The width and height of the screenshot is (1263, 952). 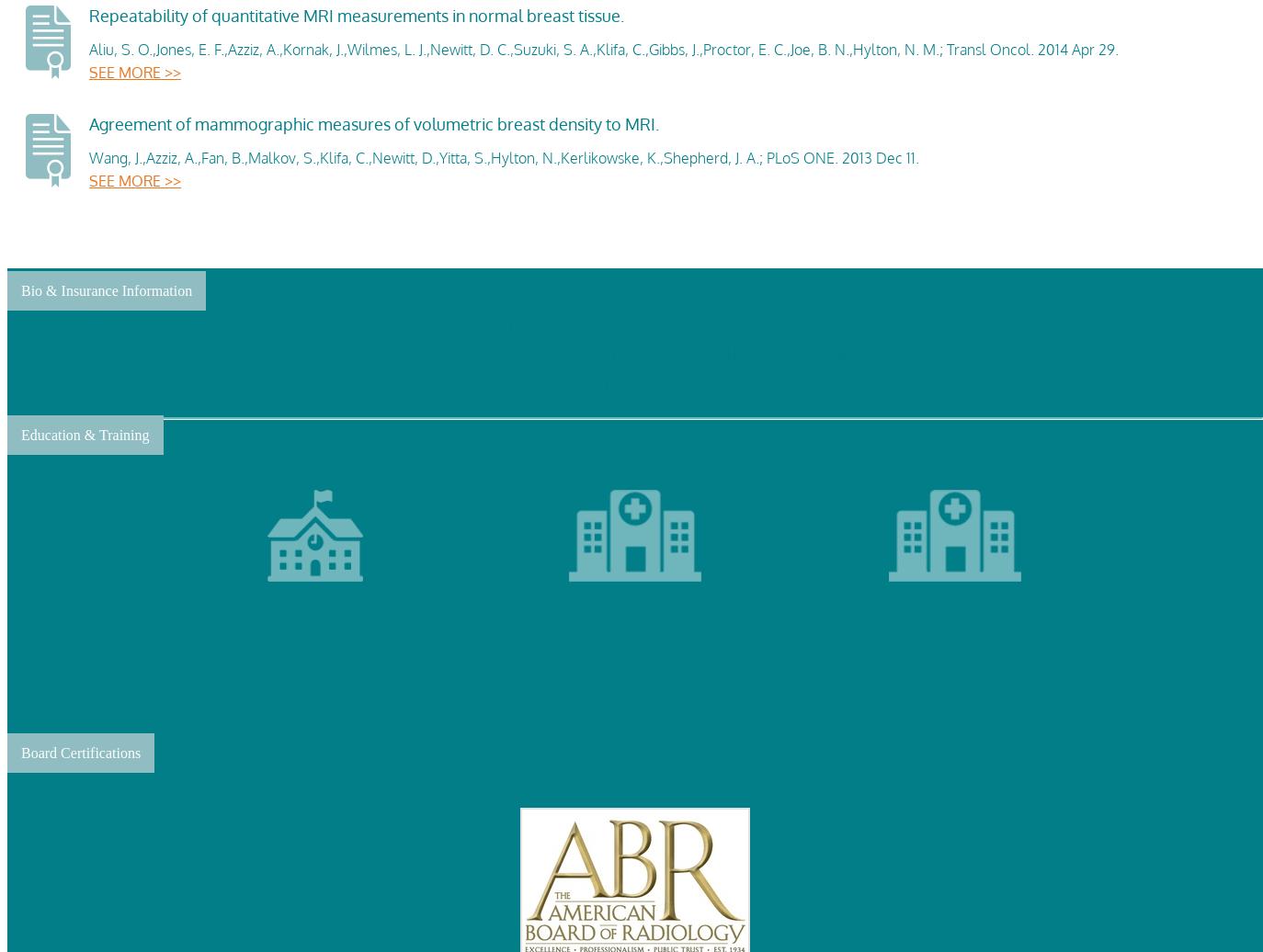 I want to click on 'Wang, J.,Azziz, A.,Fan, B.,Malkov, S.,Klifa, C.,Newitt, D.,Yitta, S.,Hylton, N.,Kerlikowske, K.,Shepherd, J. A.; PLoS ONE. 2013 Dec 11.', so click(x=504, y=157).